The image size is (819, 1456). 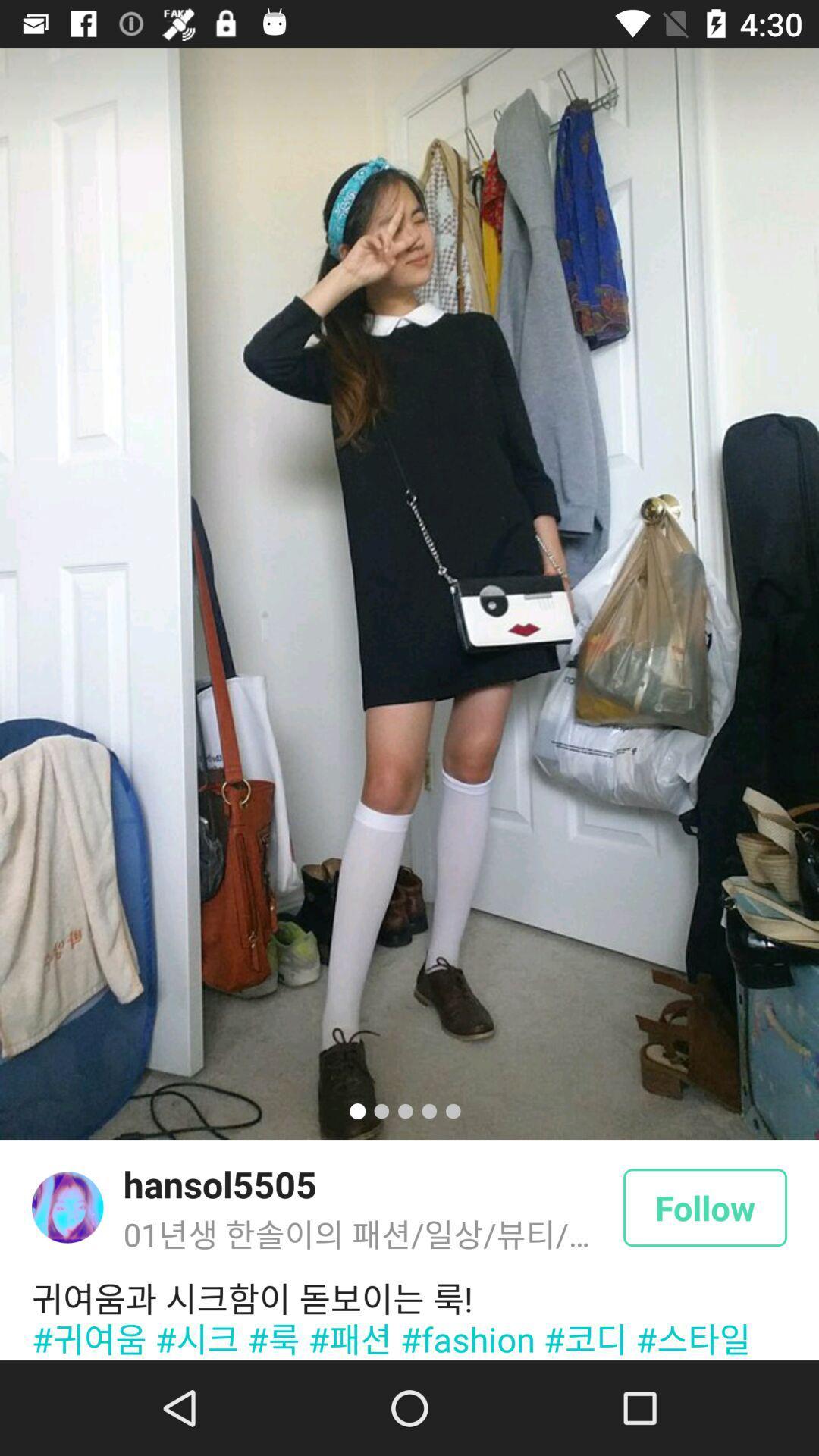 I want to click on follow item, so click(x=704, y=1207).